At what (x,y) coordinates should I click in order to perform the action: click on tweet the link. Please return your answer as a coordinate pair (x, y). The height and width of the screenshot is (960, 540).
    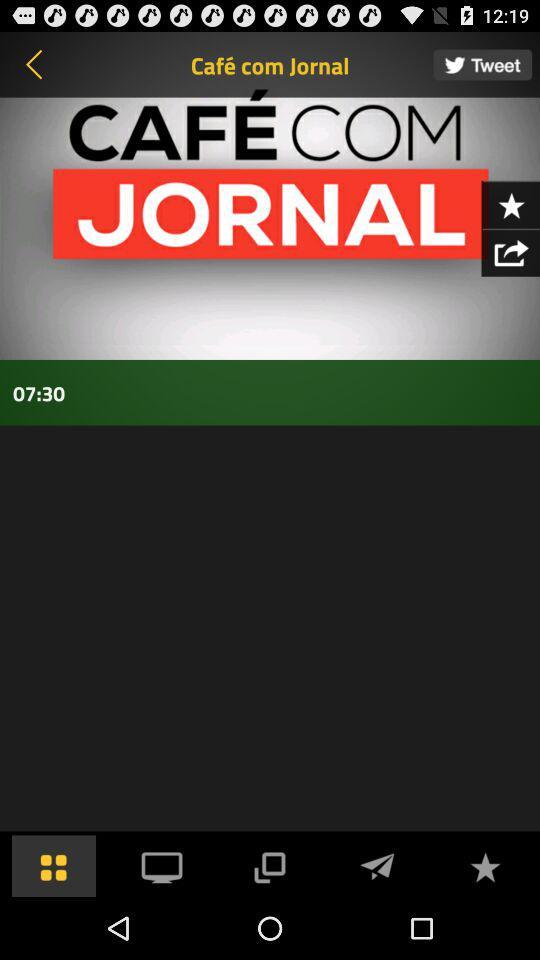
    Looking at the image, I should click on (481, 64).